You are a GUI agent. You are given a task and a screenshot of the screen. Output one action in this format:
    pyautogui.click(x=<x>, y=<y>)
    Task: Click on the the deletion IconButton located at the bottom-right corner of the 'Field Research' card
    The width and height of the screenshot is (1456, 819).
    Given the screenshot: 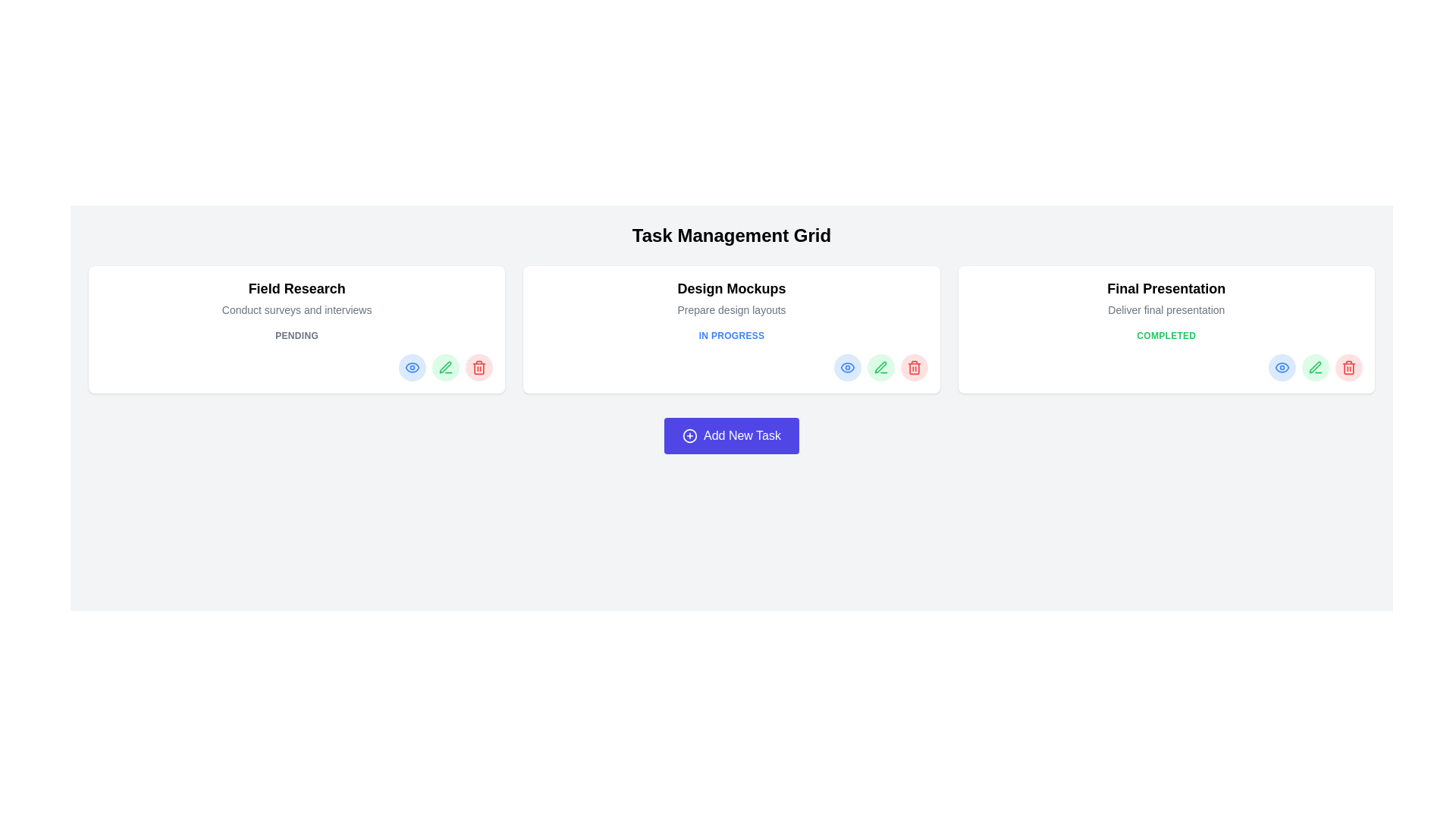 What is the action you would take?
    pyautogui.click(x=479, y=368)
    